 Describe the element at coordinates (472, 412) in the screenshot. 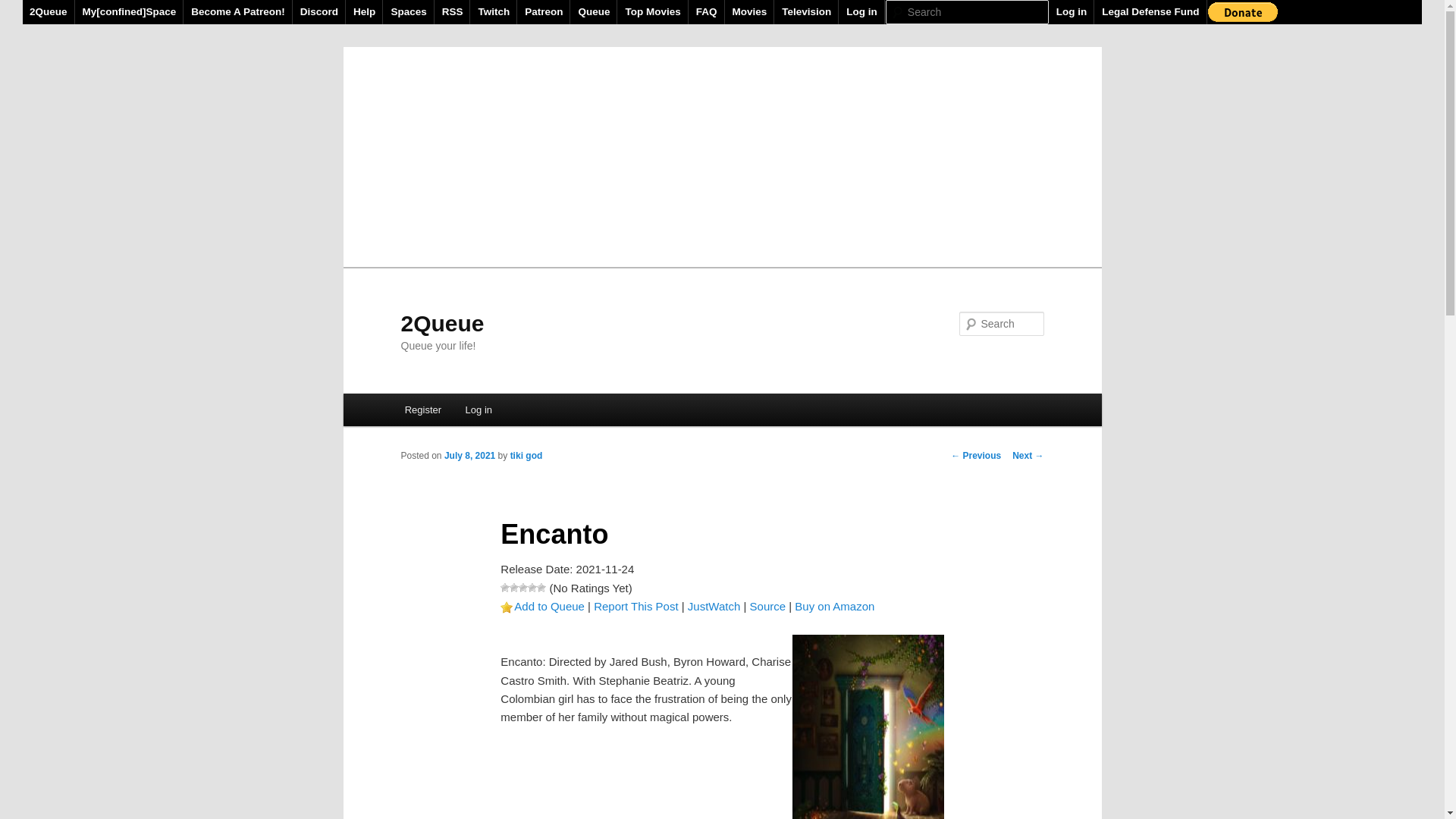

I see `'Skip to primary content'` at that location.